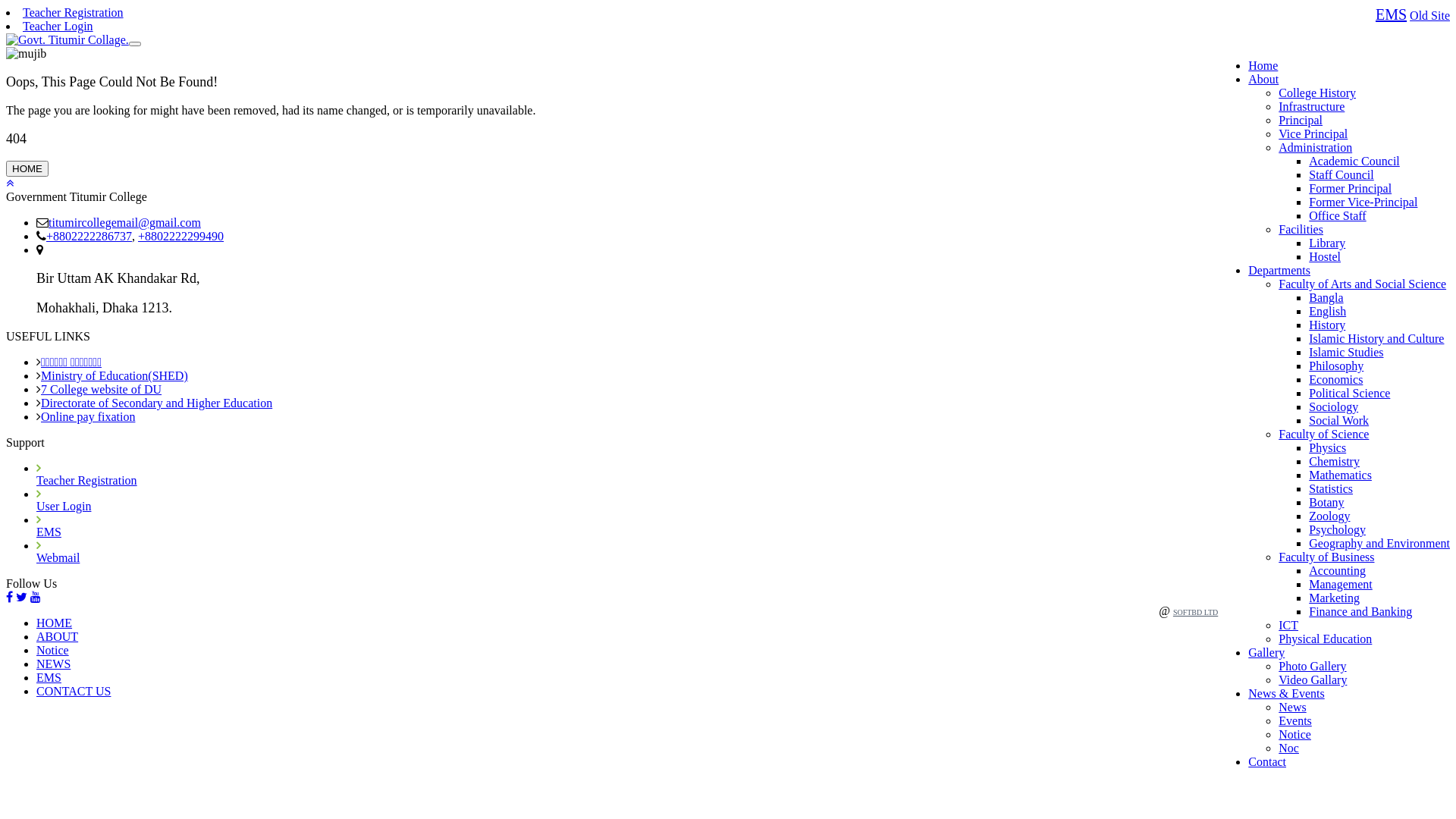 The height and width of the screenshot is (819, 1456). I want to click on 'Islamic Studies', so click(1308, 352).